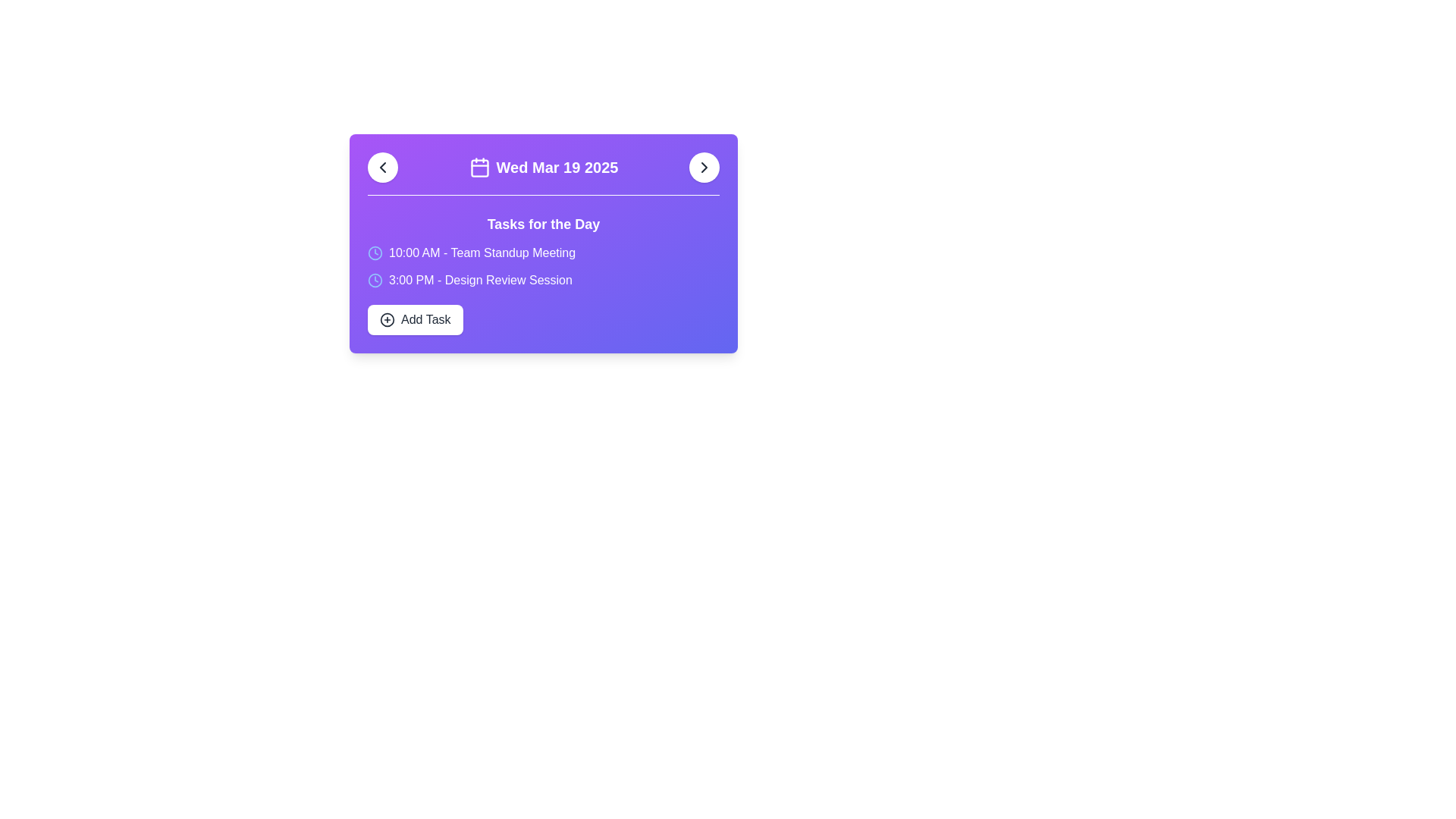 The height and width of the screenshot is (819, 1456). Describe the element at coordinates (387, 318) in the screenshot. I see `the decorative border of the 'Add Task' button, which is the outermost circular component enclosing the '+' shape` at that location.